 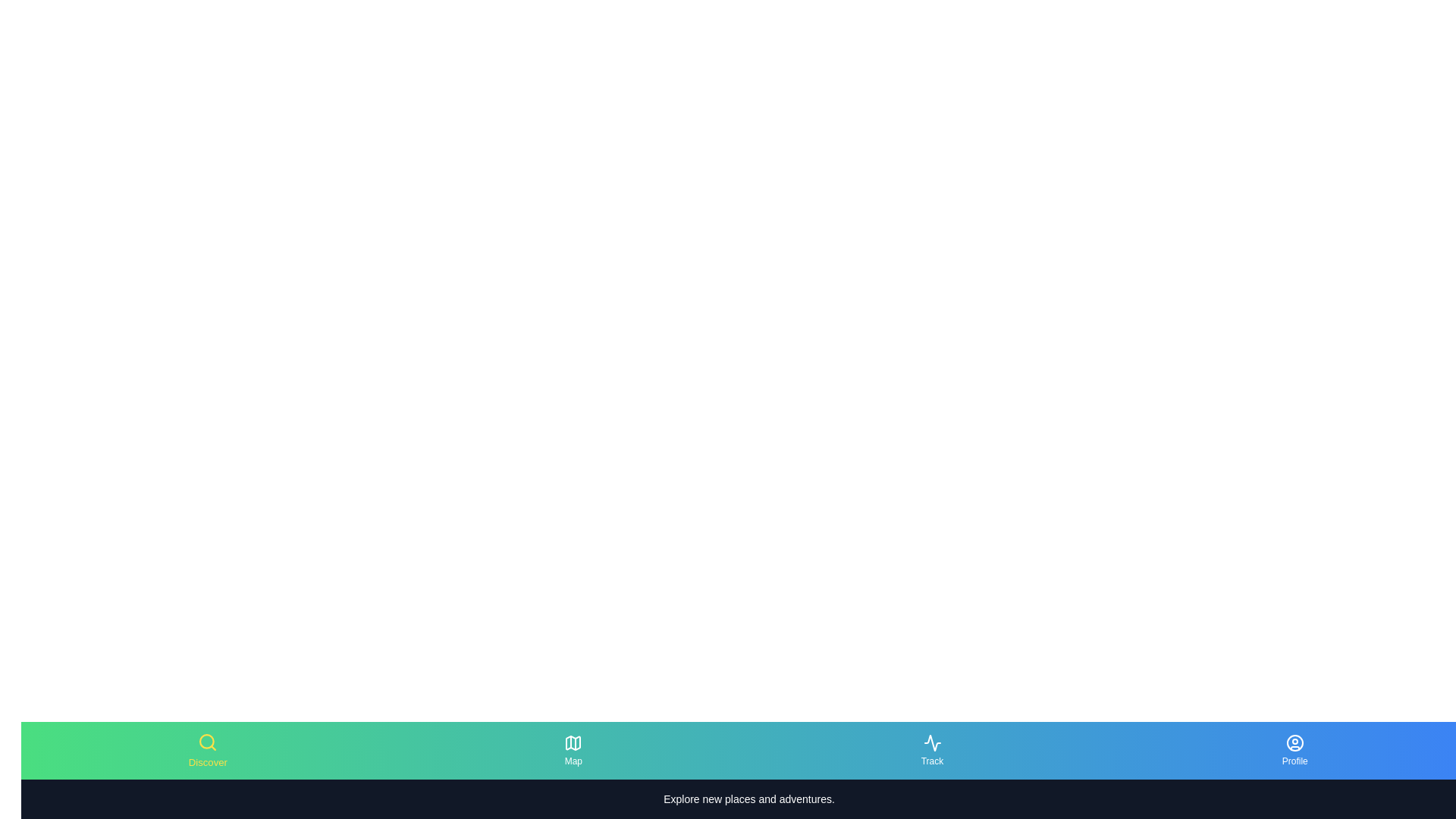 What do you see at coordinates (207, 751) in the screenshot?
I see `the active tab to display its content` at bounding box center [207, 751].